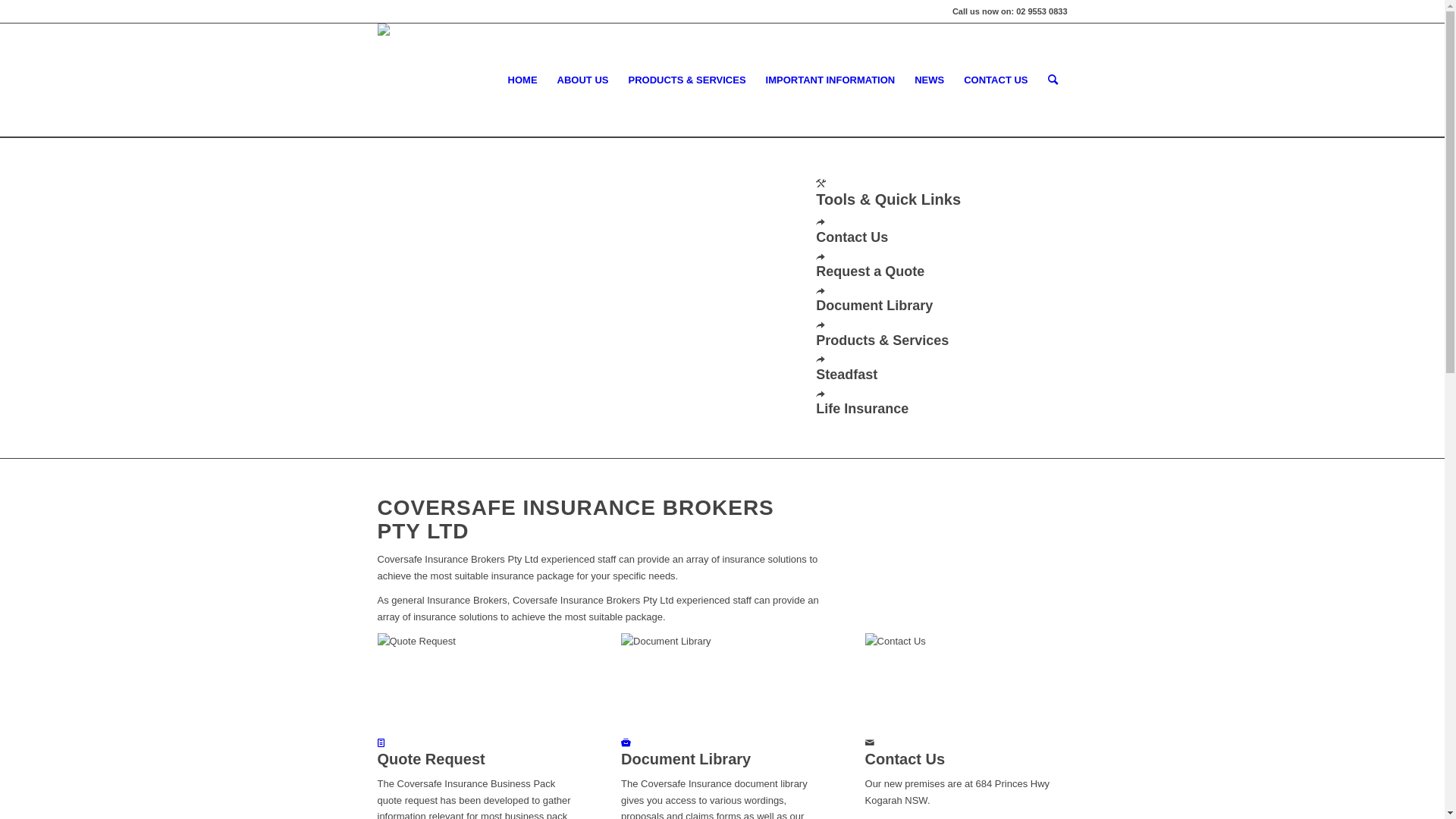  What do you see at coordinates (381, 742) in the screenshot?
I see `'Quote Request'` at bounding box center [381, 742].